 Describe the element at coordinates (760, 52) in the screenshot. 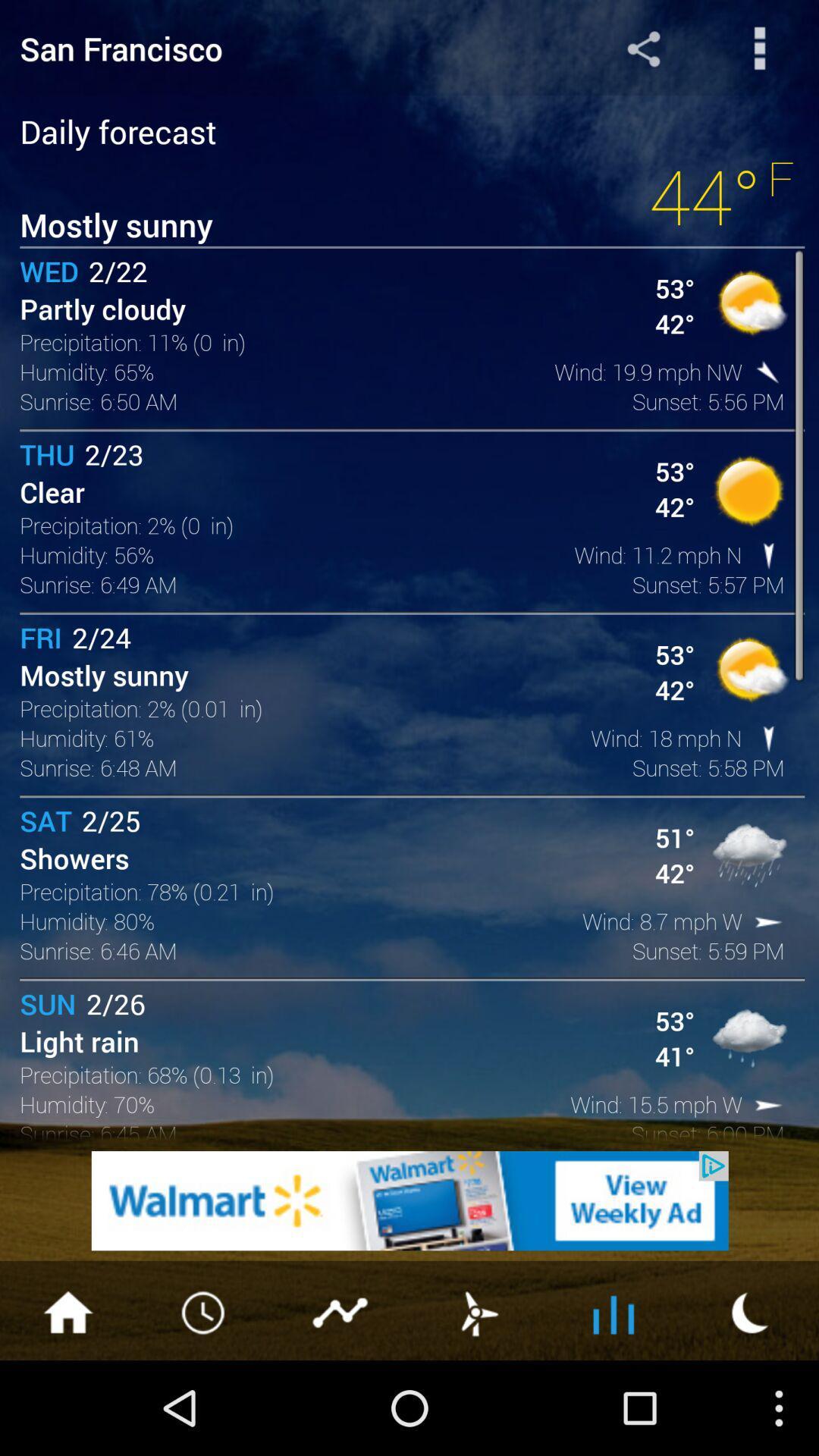

I see `the more icon` at that location.